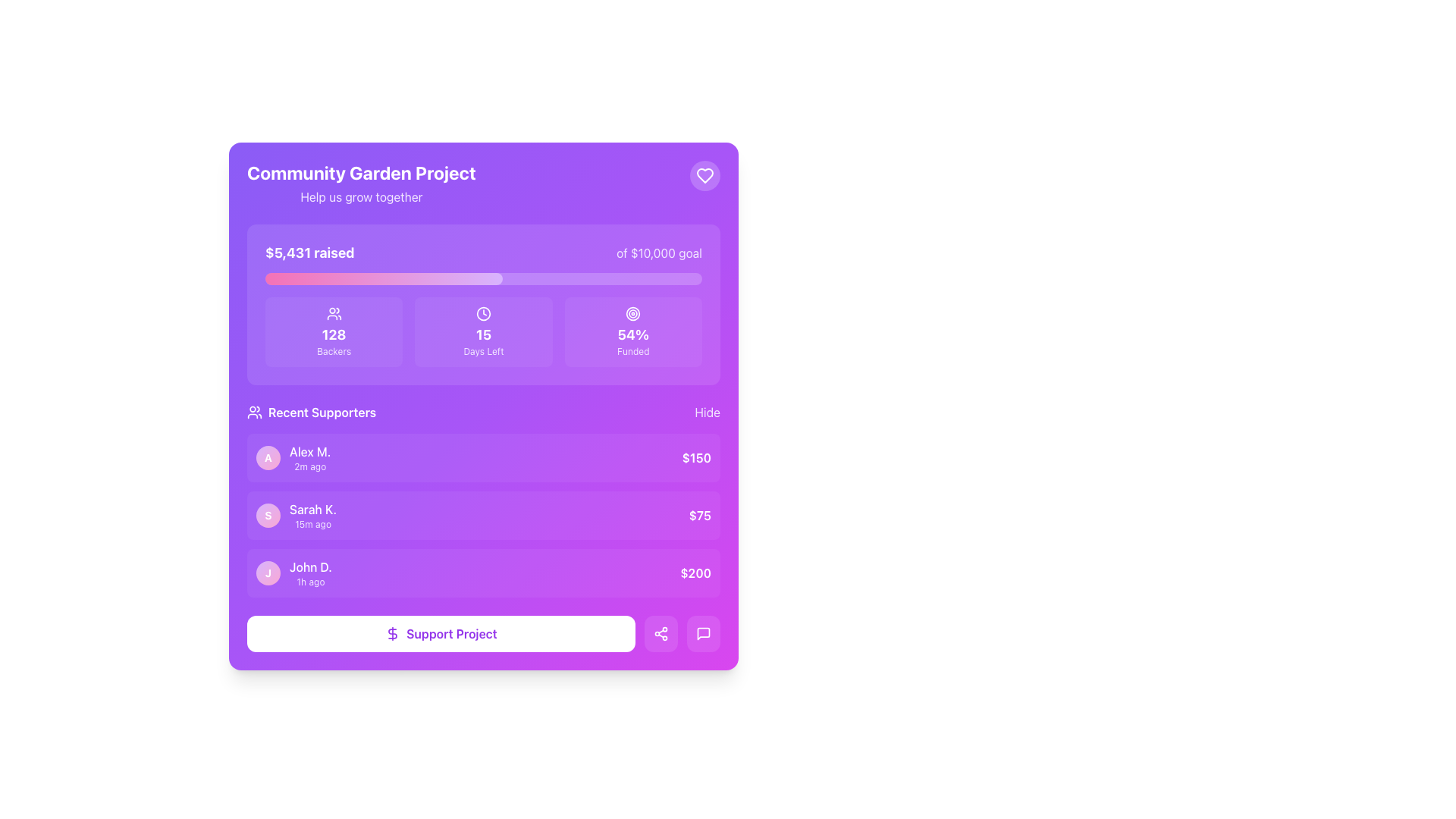 Image resolution: width=1456 pixels, height=819 pixels. What do you see at coordinates (483, 312) in the screenshot?
I see `the decorative clock icon located in the second card of the middle section, which symbolizes time remaining and is above the '15 Days Left' text` at bounding box center [483, 312].